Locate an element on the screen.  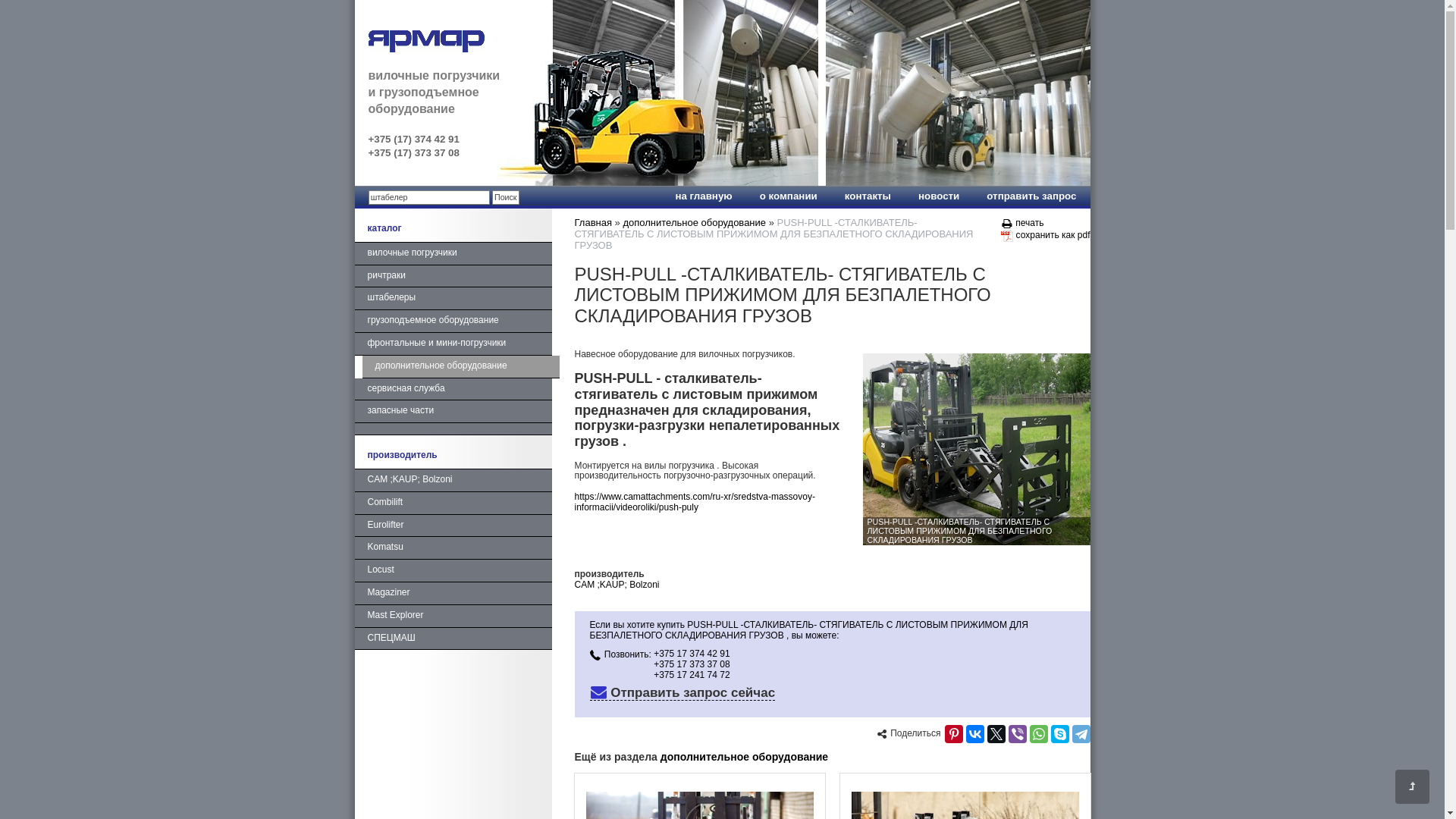
'Telegram' is located at coordinates (1072, 733).